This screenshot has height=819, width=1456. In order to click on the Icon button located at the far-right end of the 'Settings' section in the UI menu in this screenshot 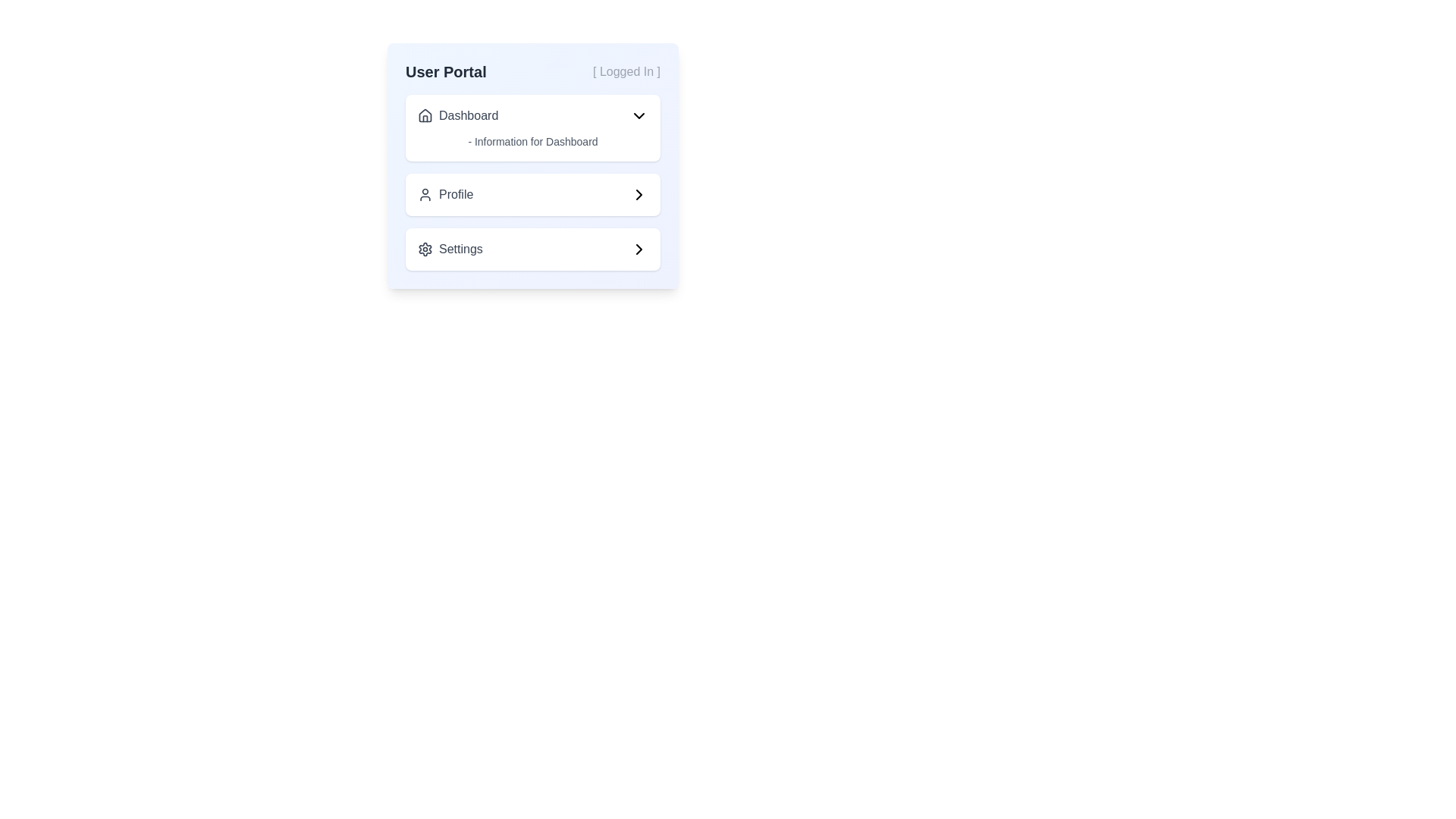, I will do `click(639, 248)`.